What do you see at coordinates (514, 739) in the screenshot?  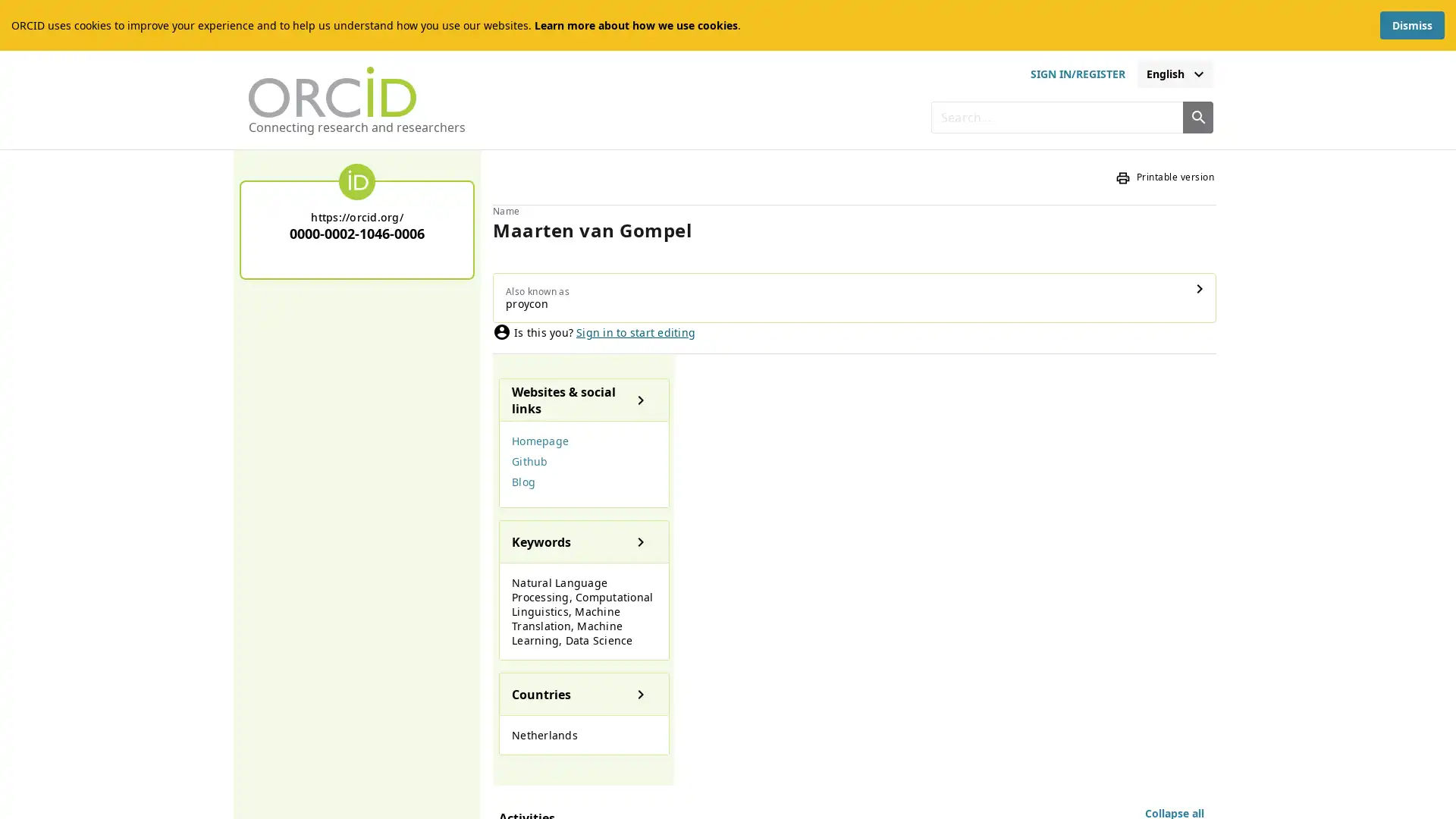 I see `Hide details` at bounding box center [514, 739].